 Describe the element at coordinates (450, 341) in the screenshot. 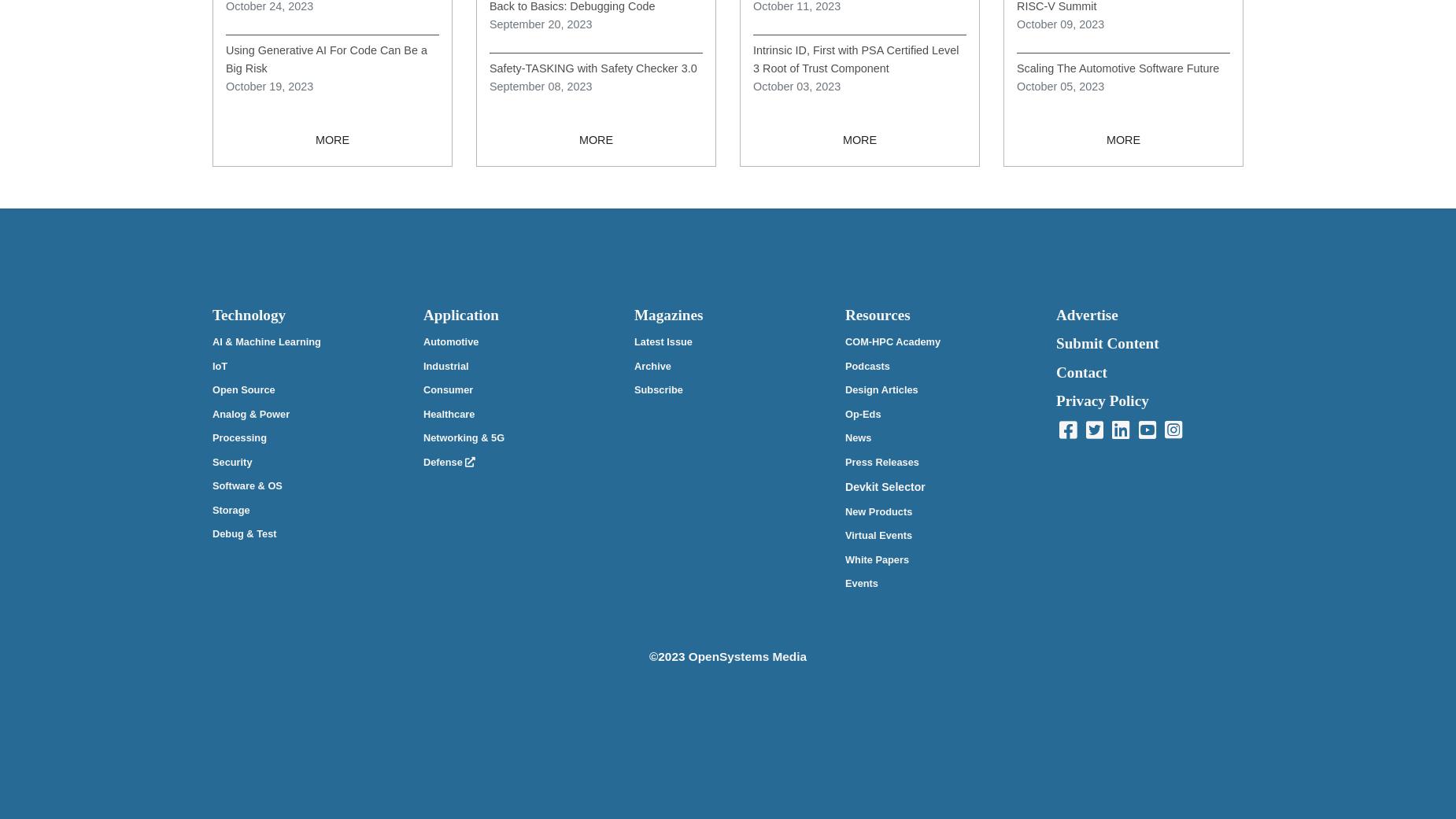

I see `'Automotive'` at that location.